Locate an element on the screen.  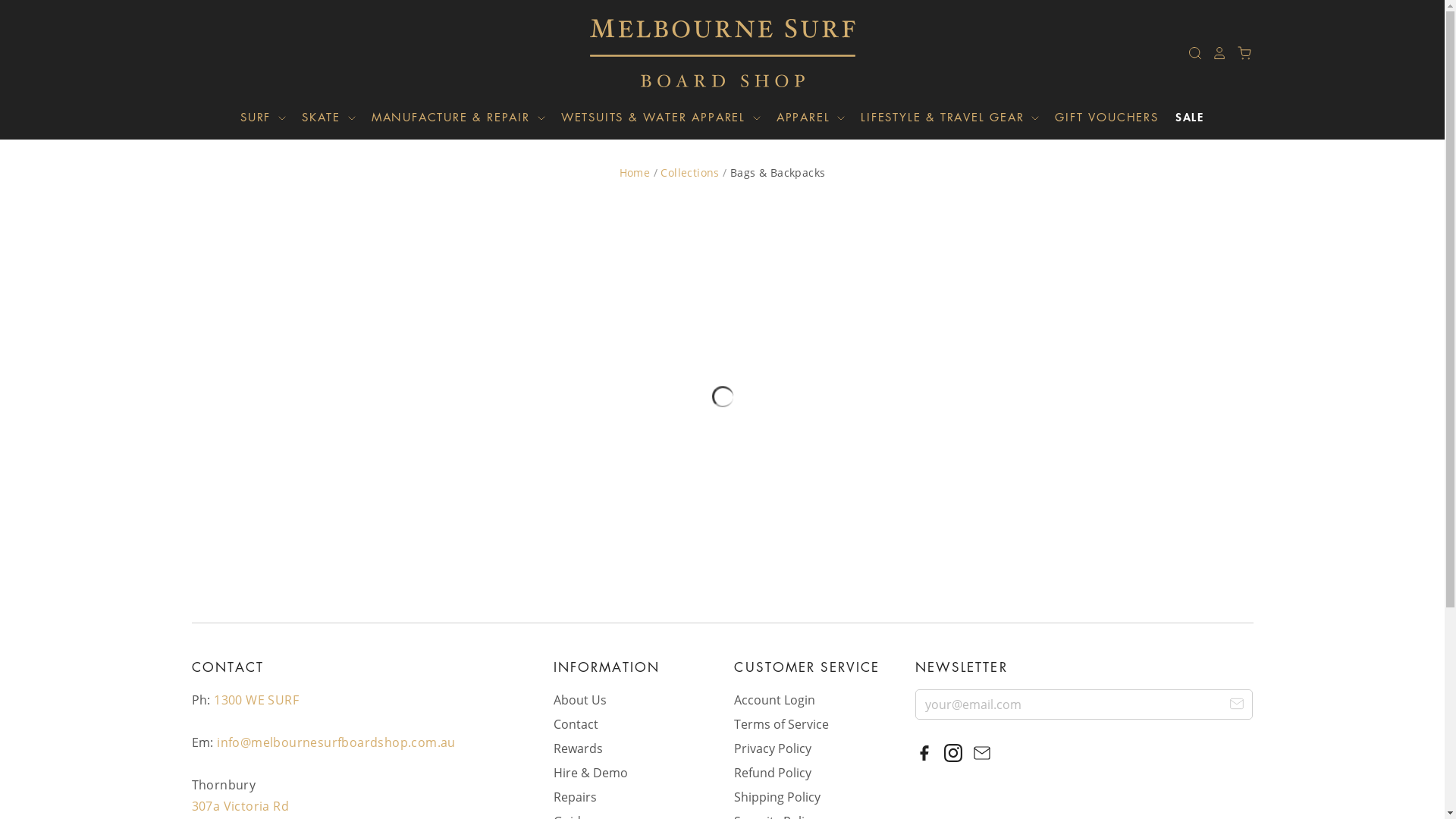
'Collections' is located at coordinates (689, 171).